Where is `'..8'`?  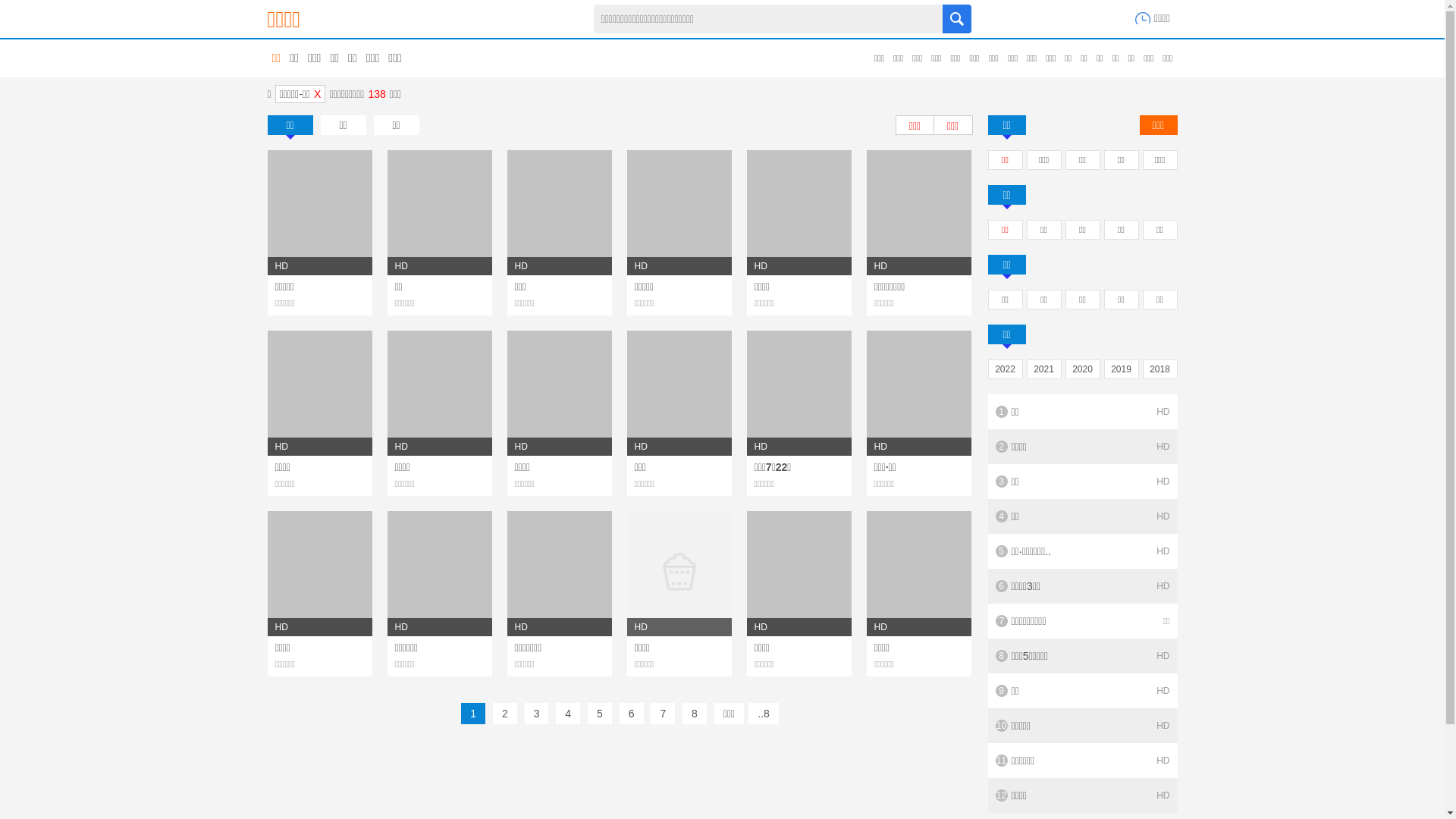 '..8' is located at coordinates (748, 714).